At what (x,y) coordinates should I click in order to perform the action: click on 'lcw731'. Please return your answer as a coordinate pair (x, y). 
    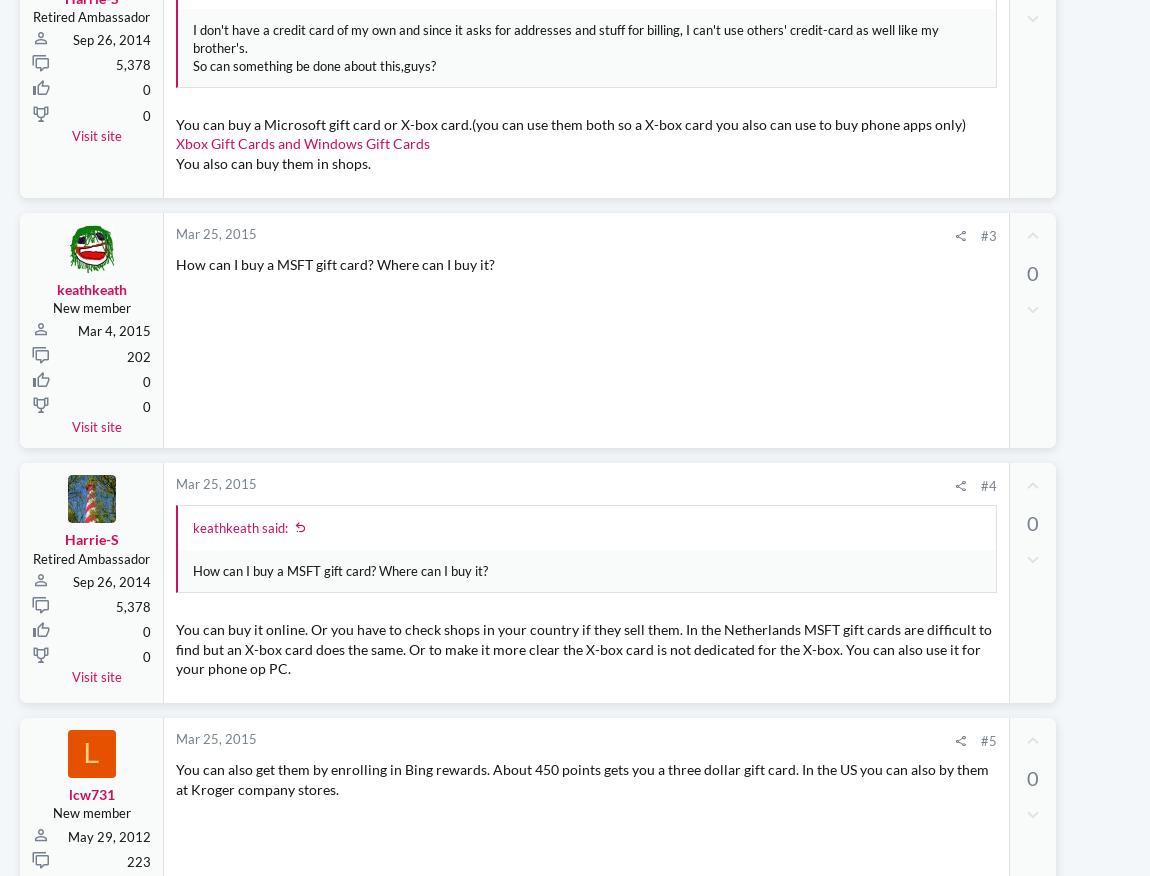
    Looking at the image, I should click on (89, 832).